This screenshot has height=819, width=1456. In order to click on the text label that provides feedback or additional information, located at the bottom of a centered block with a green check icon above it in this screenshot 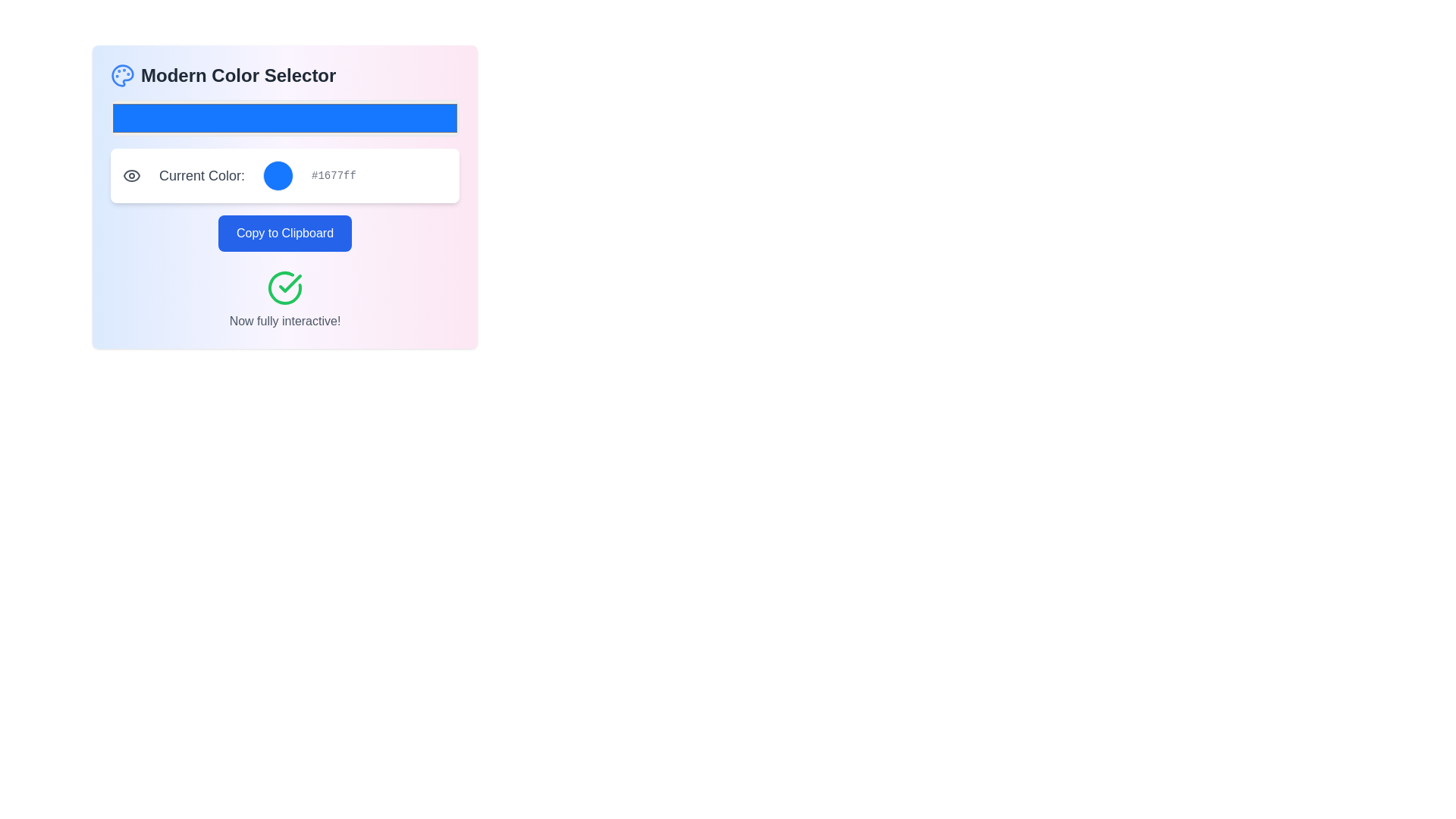, I will do `click(284, 321)`.